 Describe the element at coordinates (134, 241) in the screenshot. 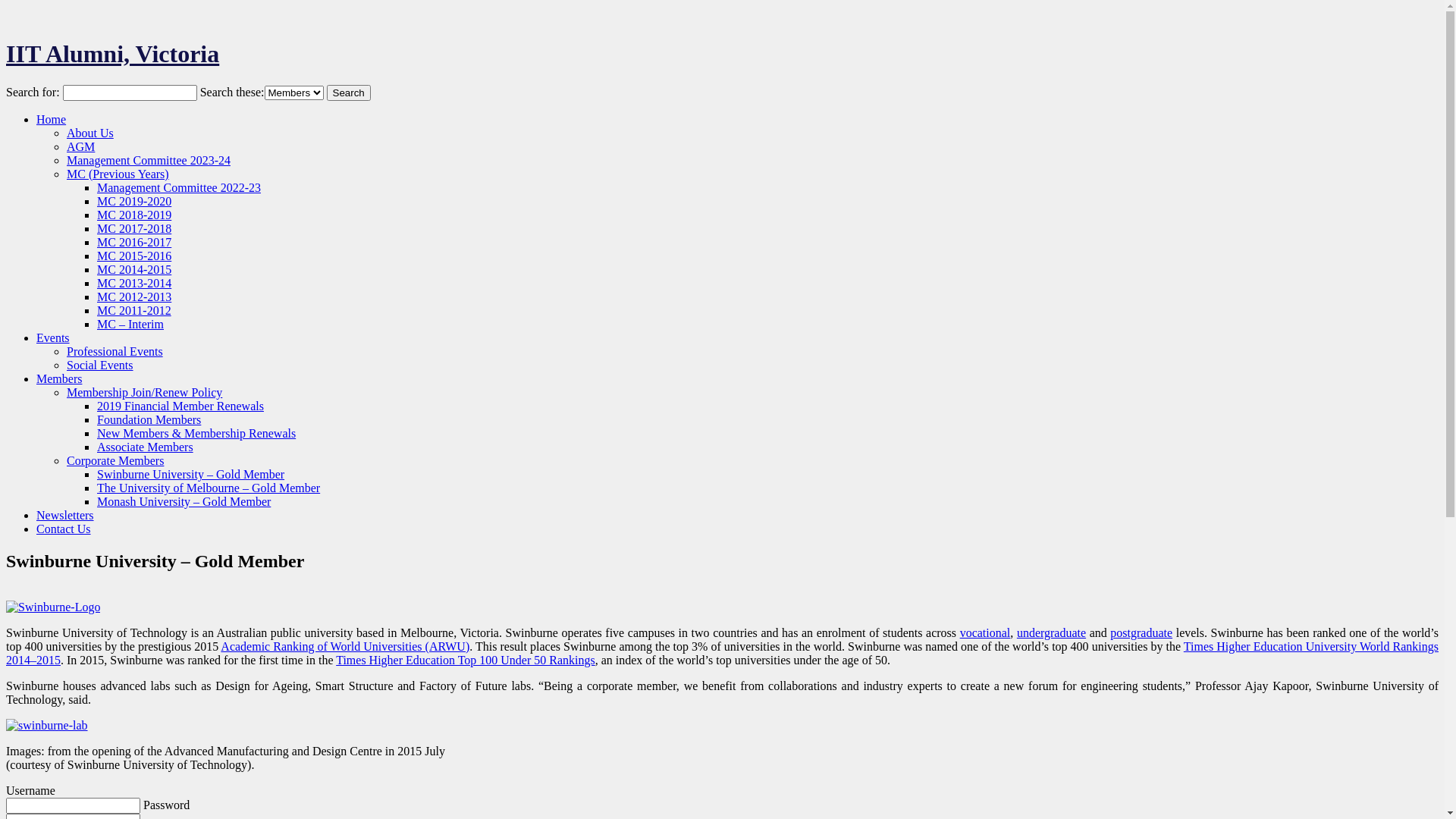

I see `'MC 2016-2017'` at that location.